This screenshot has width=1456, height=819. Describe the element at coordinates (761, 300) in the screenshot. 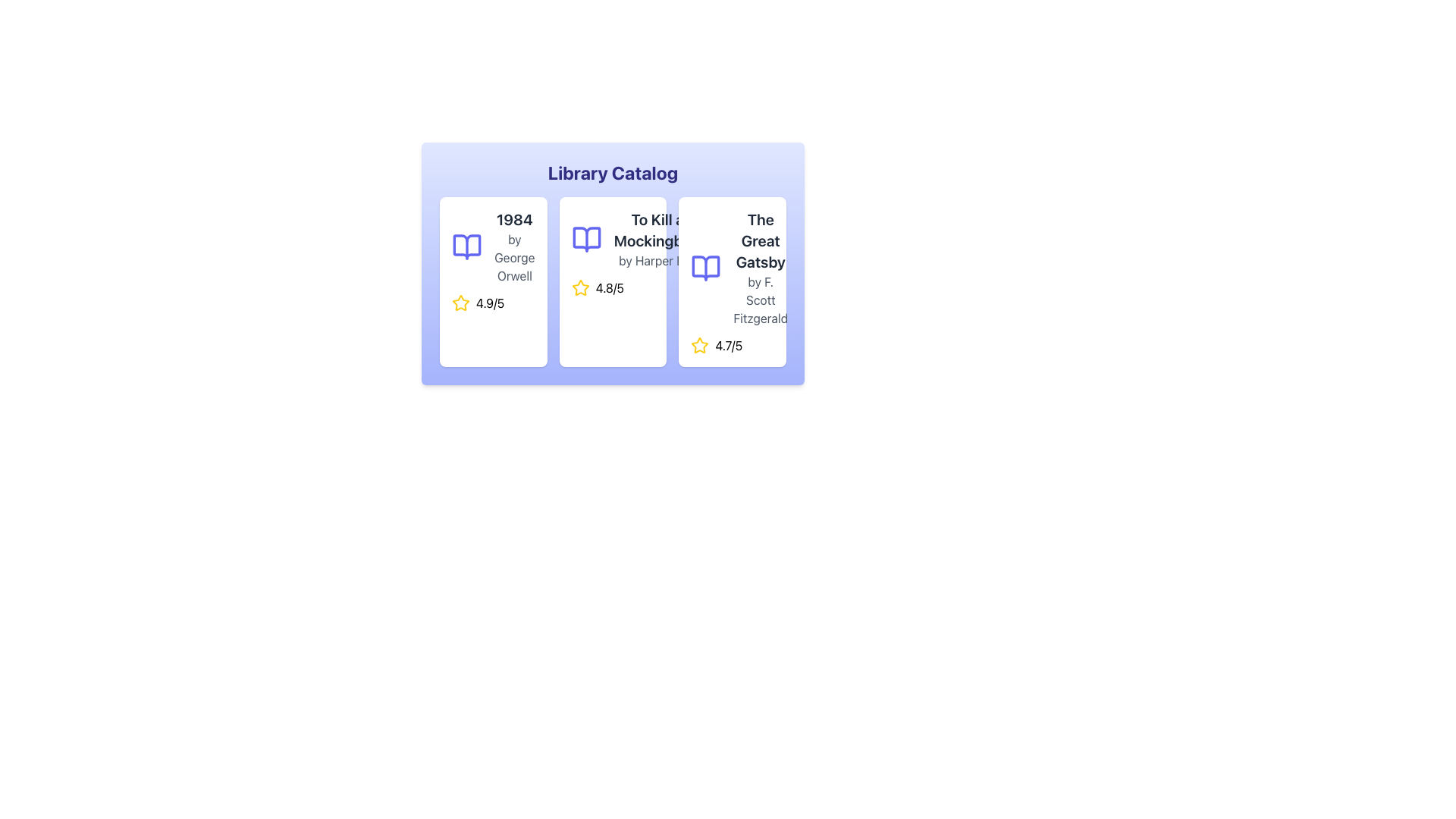

I see `the text label displaying the author's name for the book 'The Great Gatsby', which is located at the bottom of the book information card` at that location.